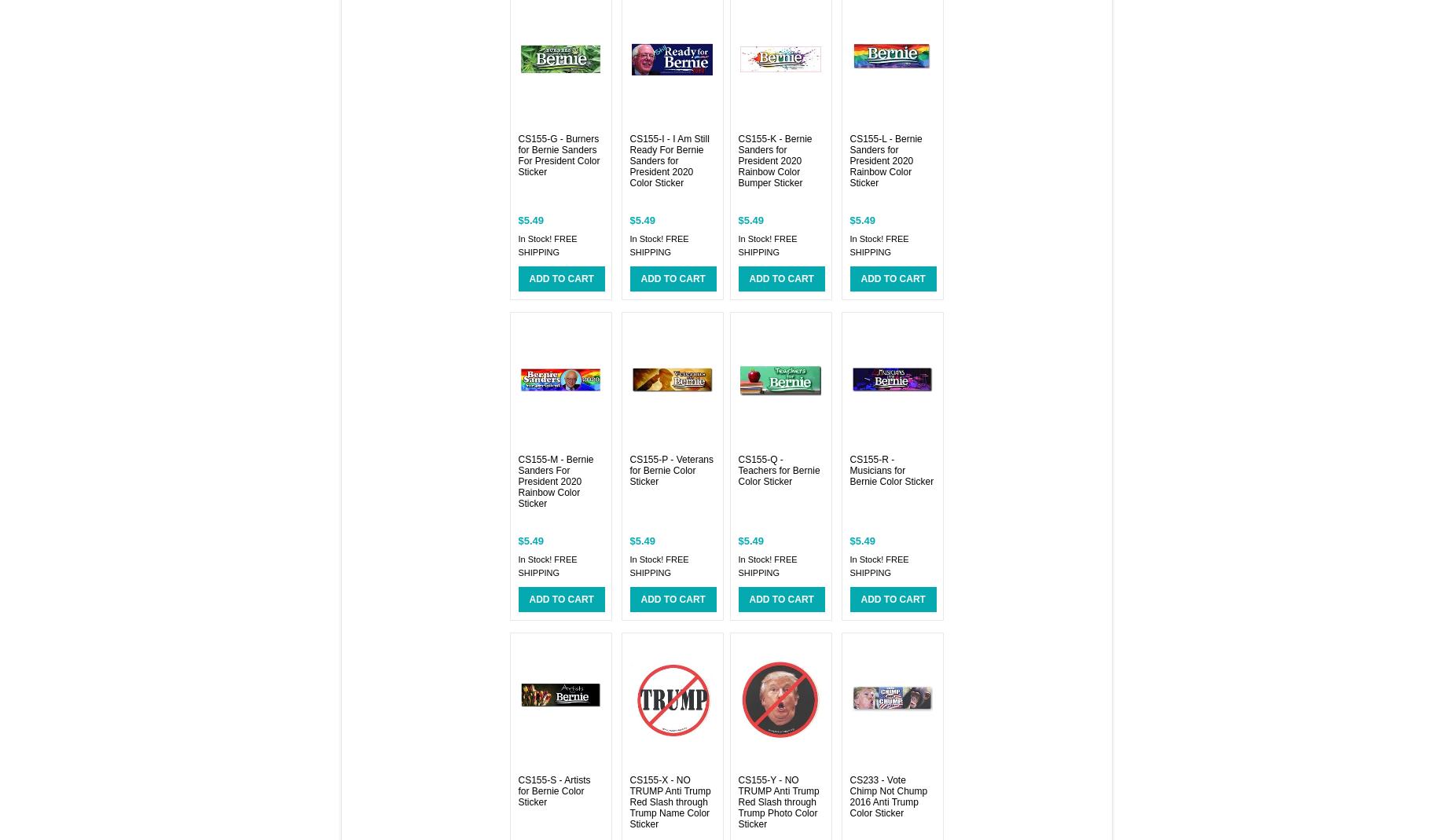 This screenshot has width=1453, height=840. What do you see at coordinates (737, 470) in the screenshot?
I see `'CS155-Q - Teachers for Bernie Color Sticker'` at bounding box center [737, 470].